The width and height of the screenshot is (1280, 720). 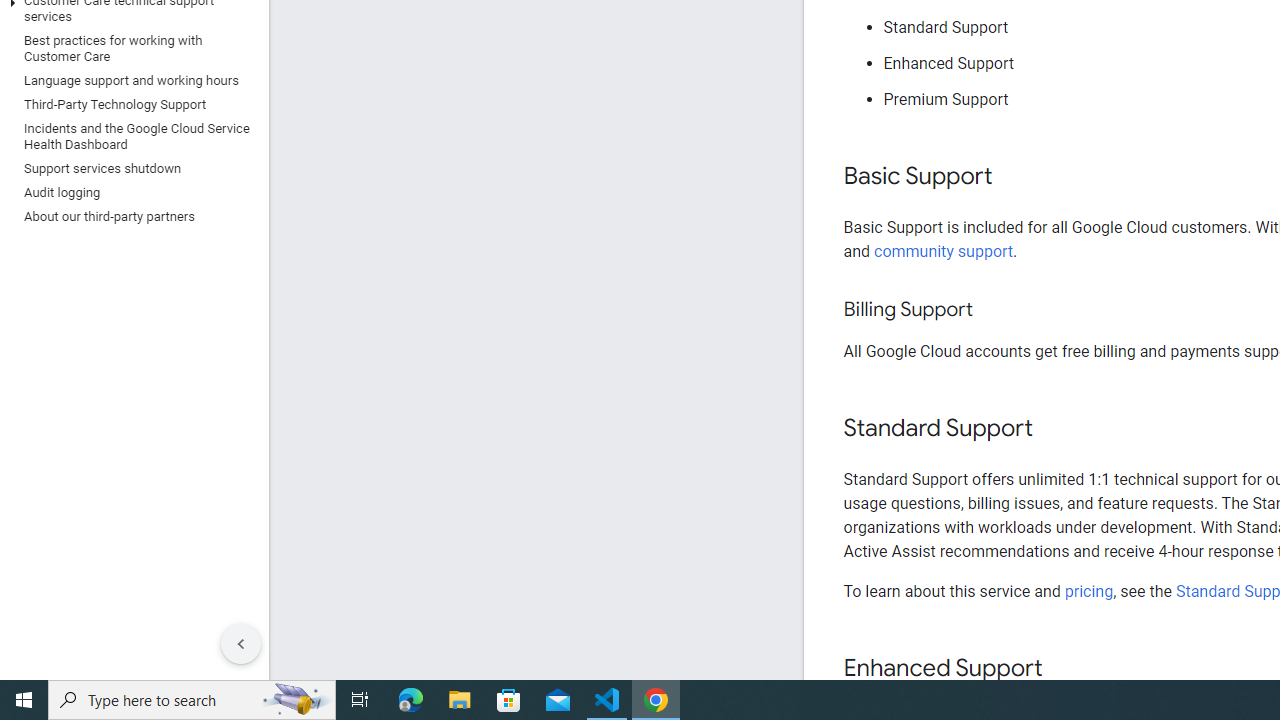 I want to click on 'Copy link to this section: Standard Support', so click(x=1052, y=428).